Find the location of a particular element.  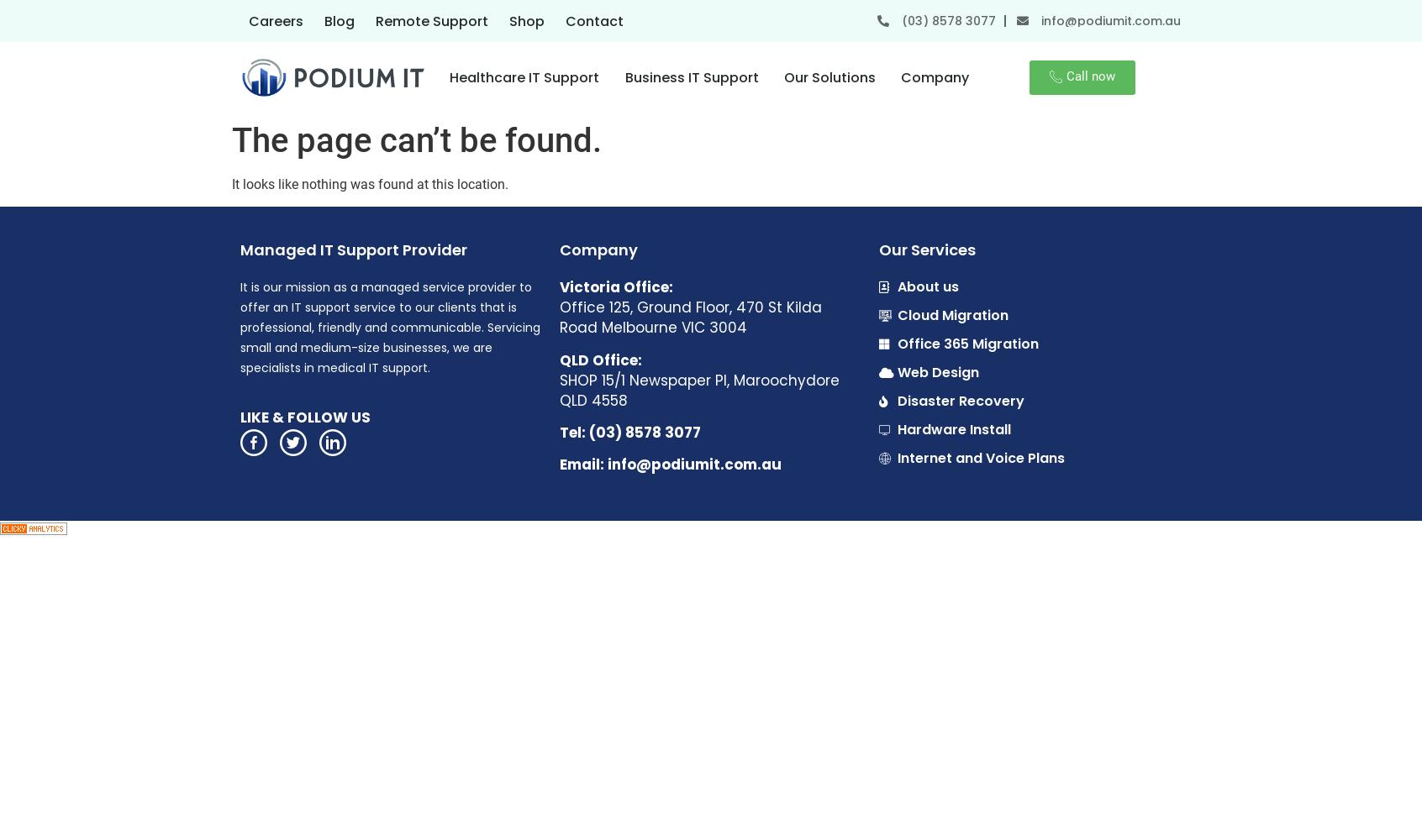

'Medical Director IT Support' is located at coordinates (690, 173).